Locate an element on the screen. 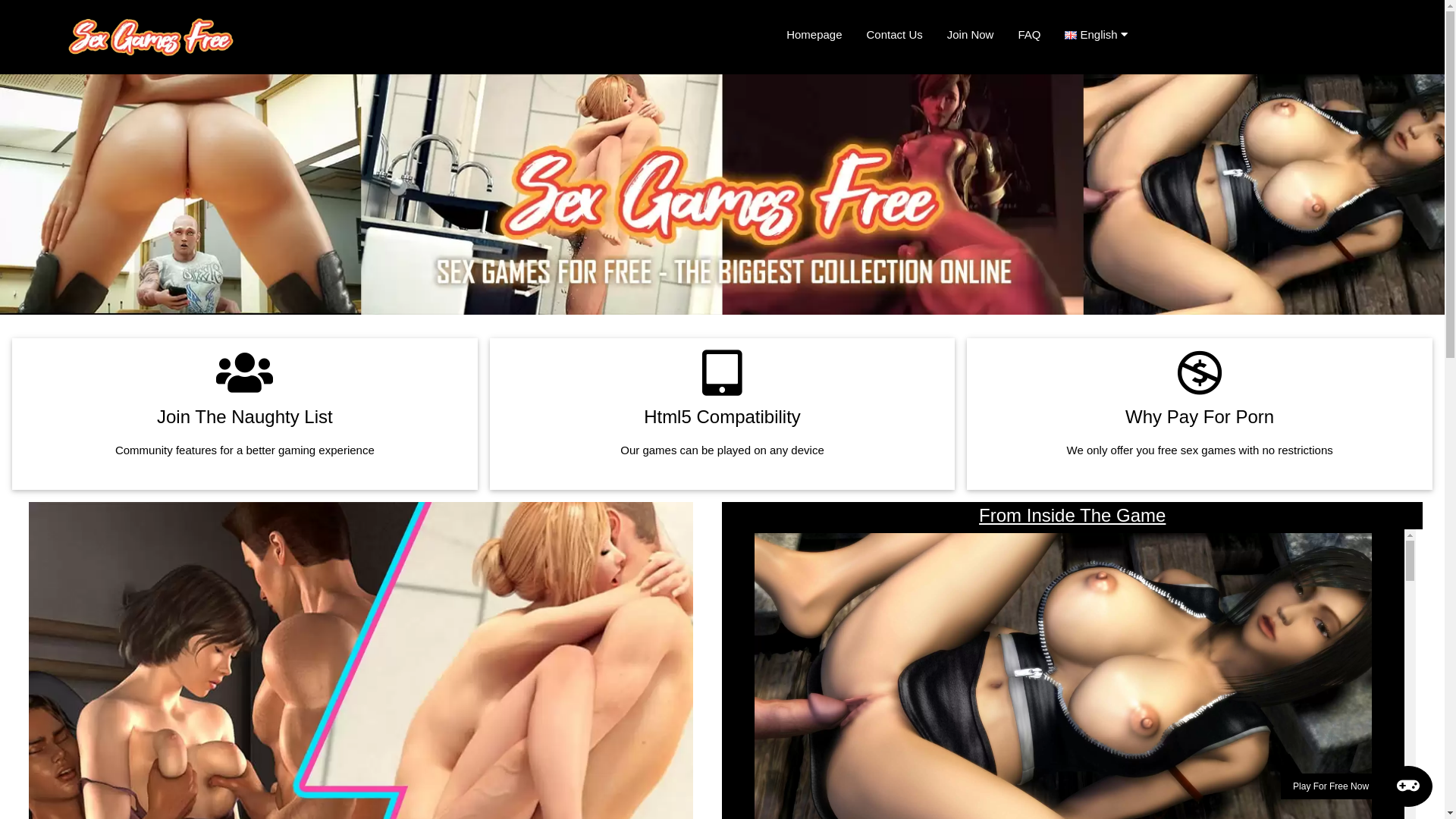 The height and width of the screenshot is (819, 1456). 'Contact Us' is located at coordinates (895, 34).